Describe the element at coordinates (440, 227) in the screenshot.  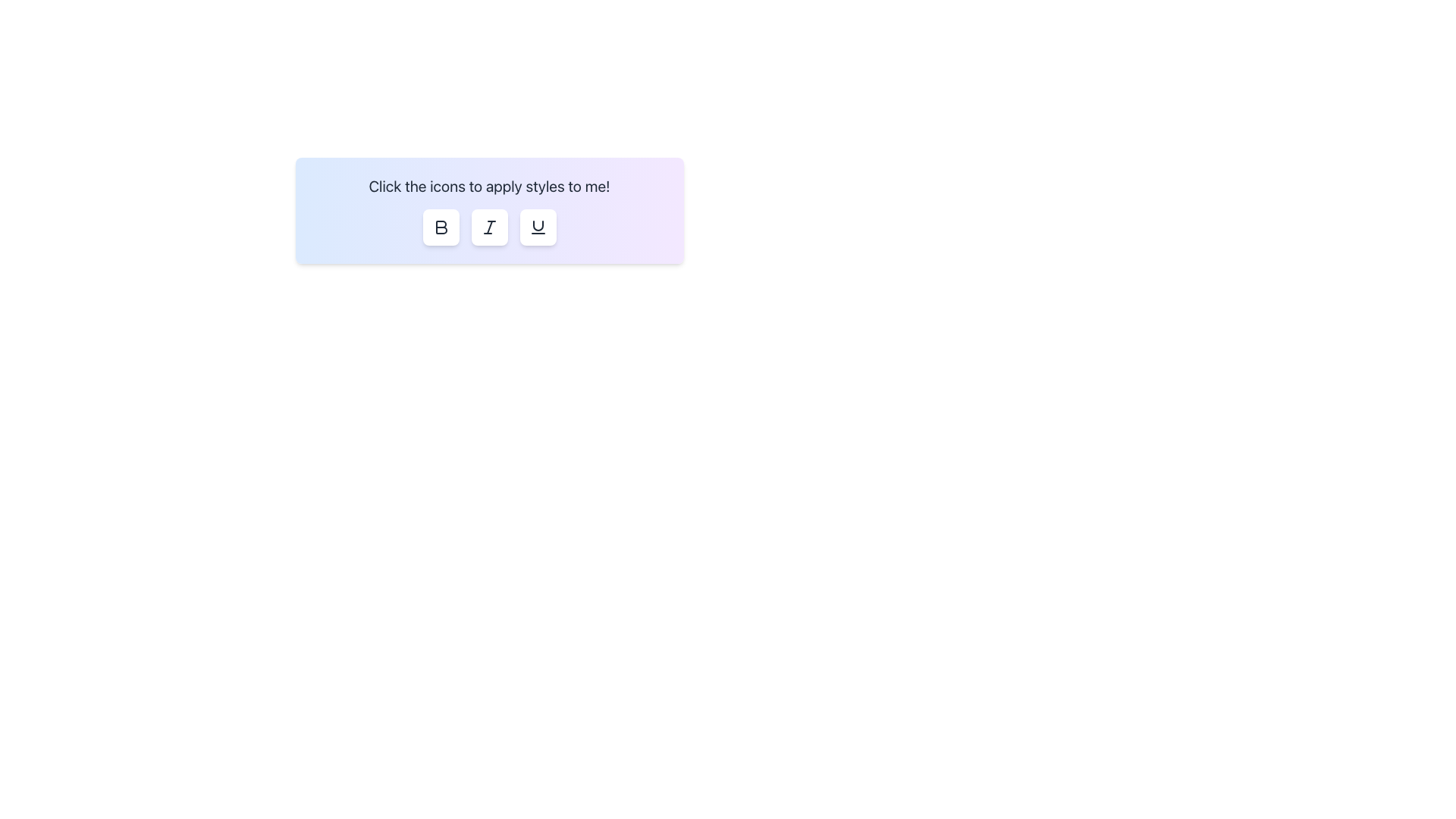
I see `the bold icon represented by a capital 'B'` at that location.